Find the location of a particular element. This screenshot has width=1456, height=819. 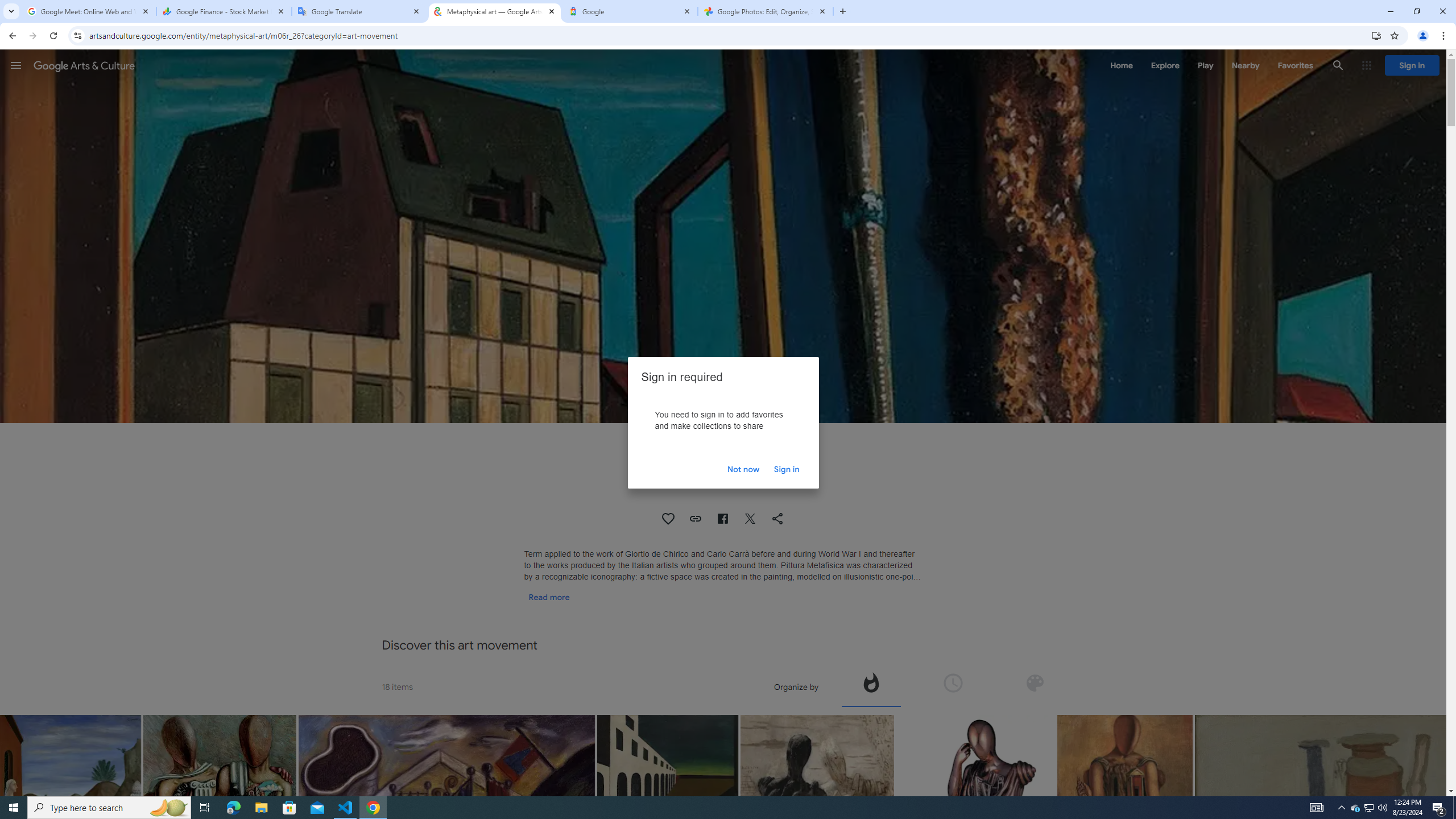

'Install Google Arts & Culture' is located at coordinates (1376, 35).